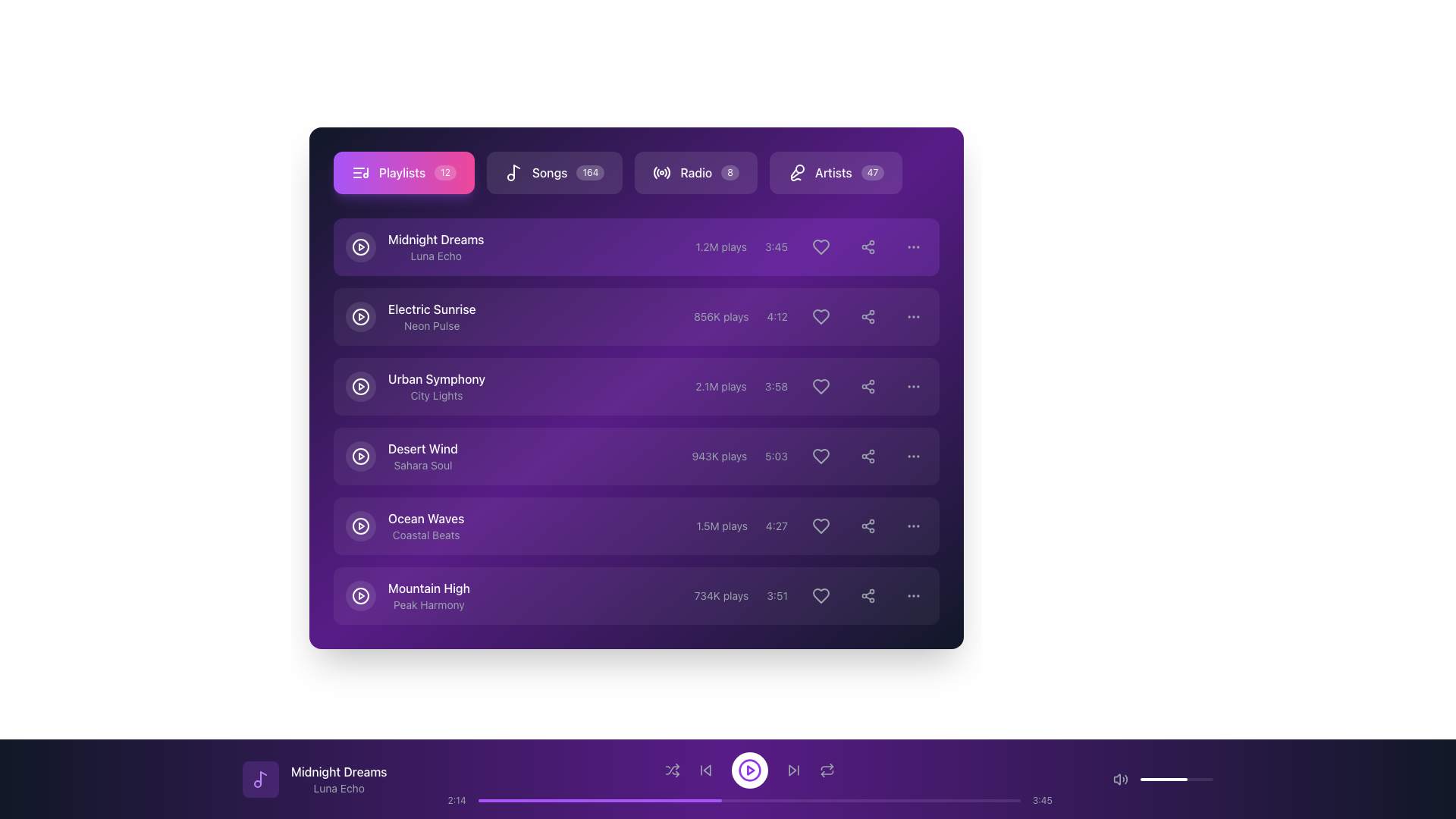 This screenshot has height=819, width=1456. I want to click on text of the first line in the music playlist entry titled 'Urban Symphony', which is located above 'City Lights' in the playlist interface, so click(436, 378).